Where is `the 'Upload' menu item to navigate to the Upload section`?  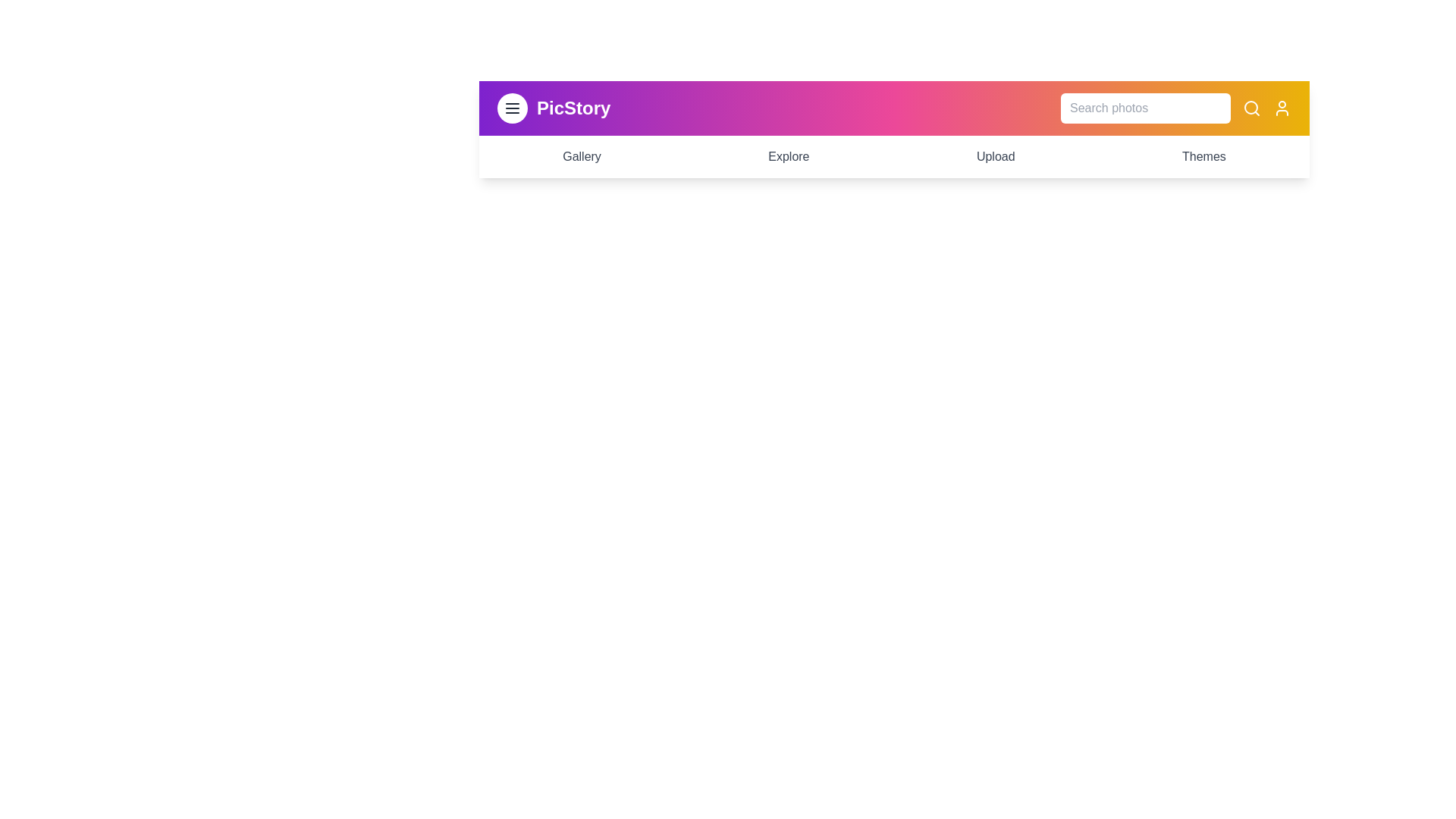
the 'Upload' menu item to navigate to the Upload section is located at coordinates (996, 157).